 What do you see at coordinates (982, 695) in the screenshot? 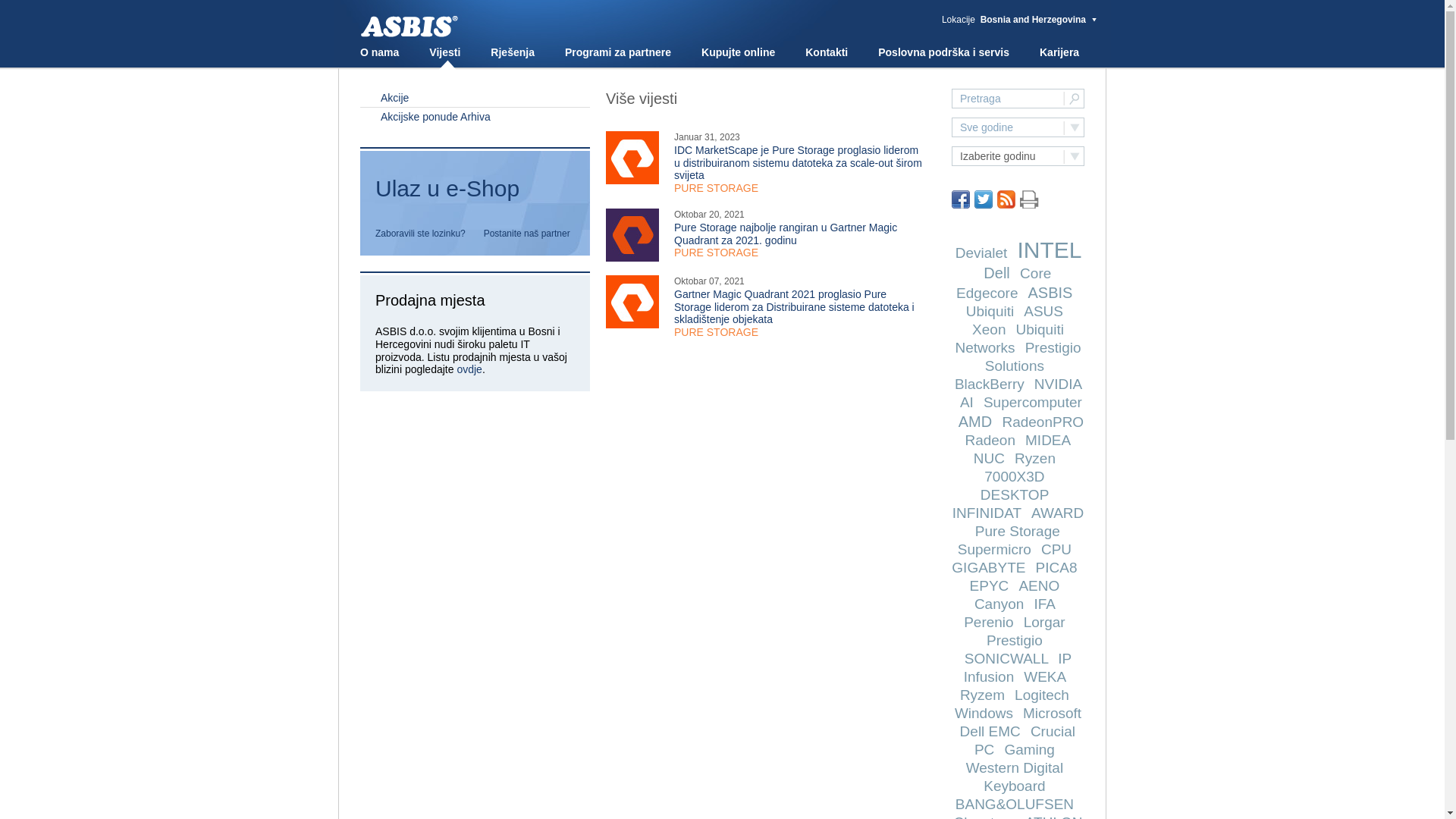
I see `'Ryzem'` at bounding box center [982, 695].